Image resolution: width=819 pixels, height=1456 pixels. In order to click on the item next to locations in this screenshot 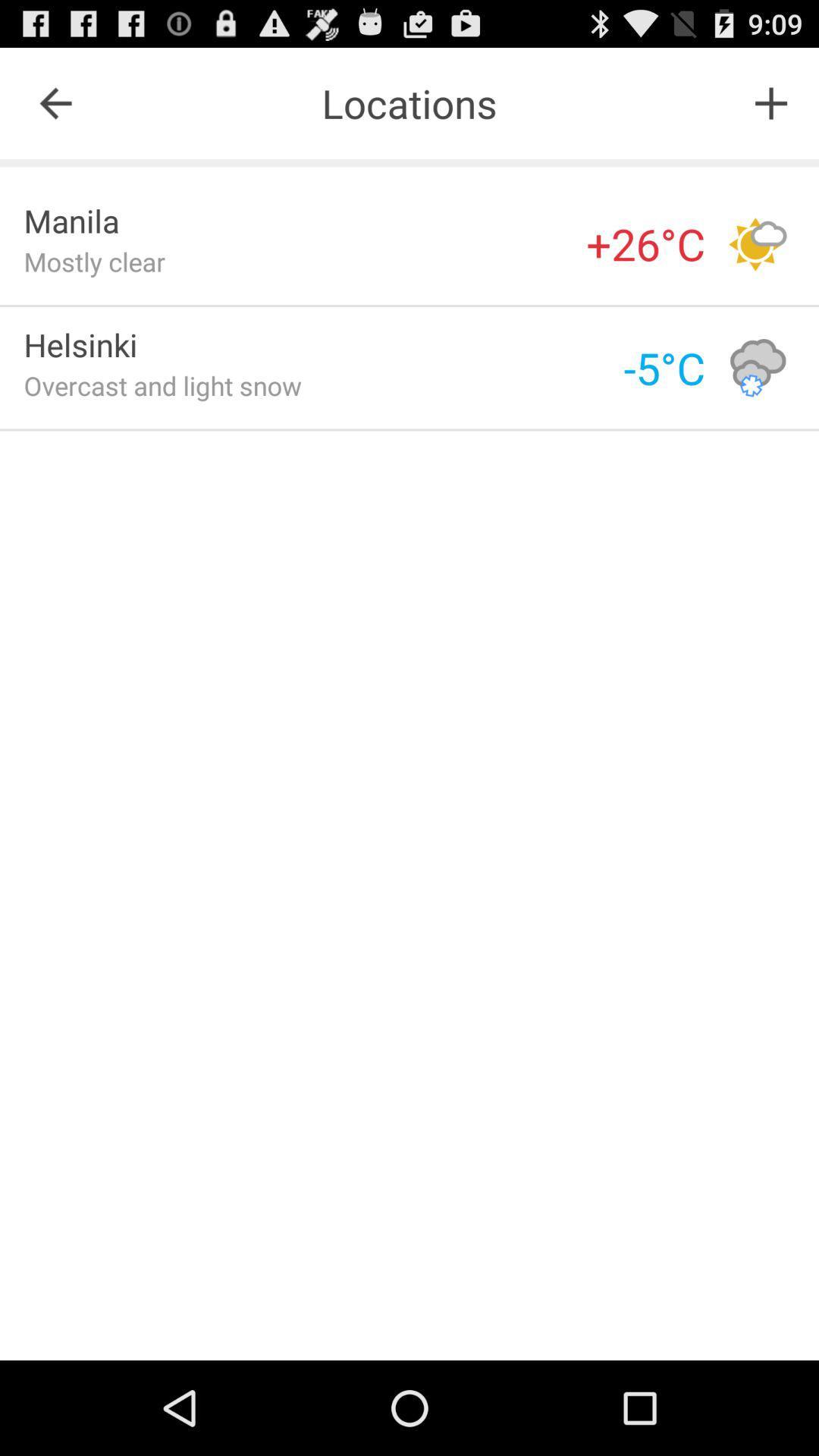, I will do `click(55, 102)`.